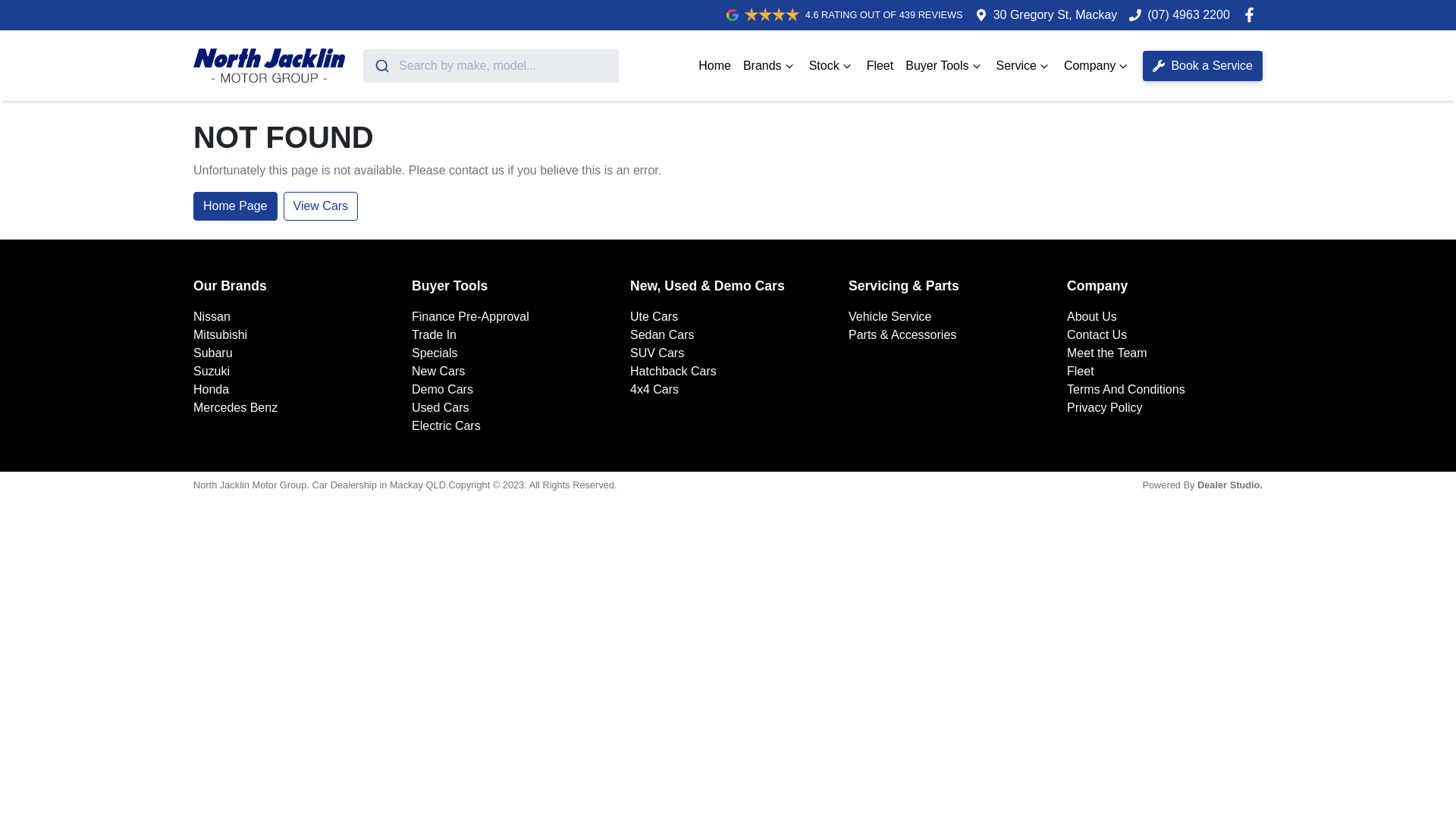  What do you see at coordinates (629, 388) in the screenshot?
I see `'4x4 Cars'` at bounding box center [629, 388].